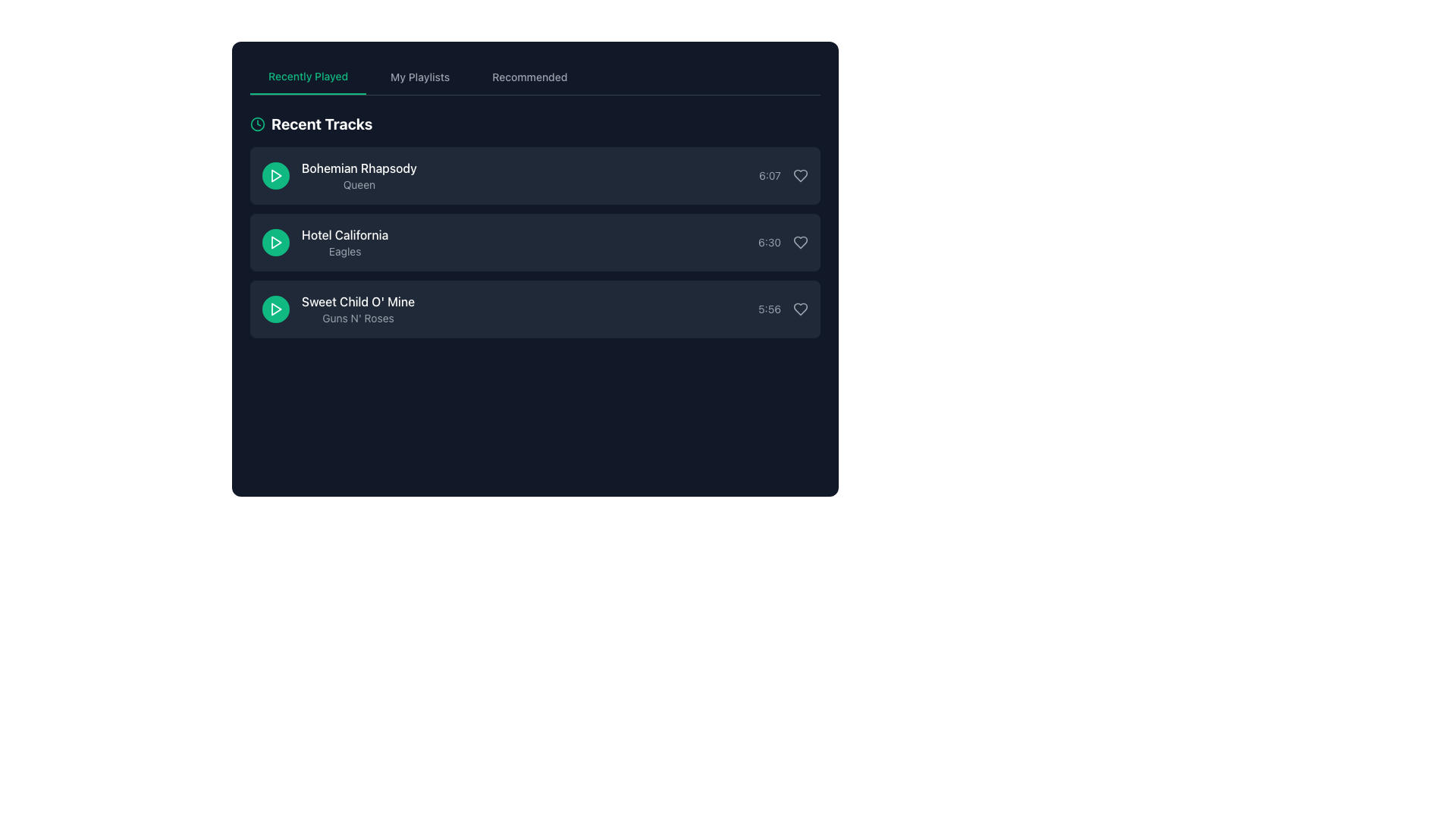  What do you see at coordinates (358, 184) in the screenshot?
I see `the label displaying the word 'Queen', which is styled in gray and positioned directly below the bold text 'Bohemian Rhapsody' in the 'Recent Tracks' section` at bounding box center [358, 184].